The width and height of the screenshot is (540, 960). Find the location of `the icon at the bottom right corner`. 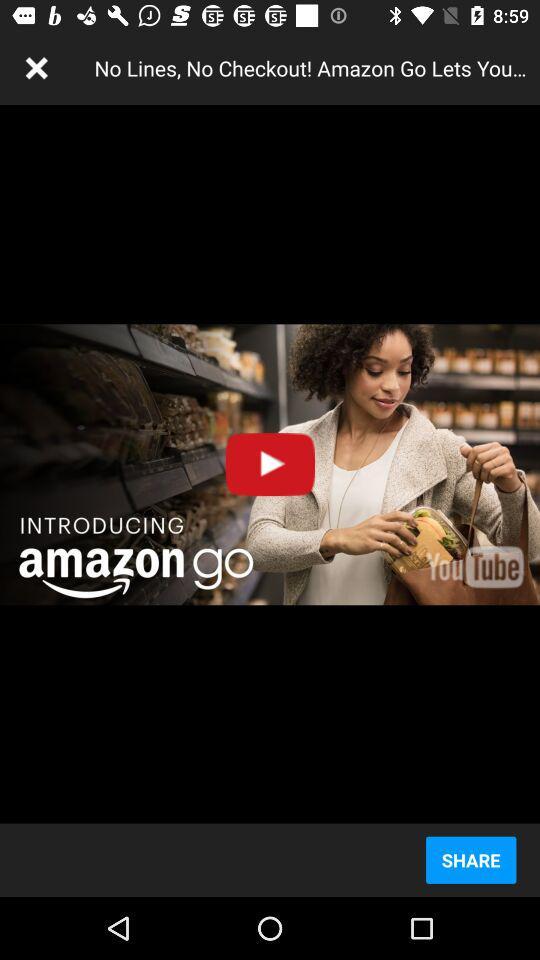

the icon at the bottom right corner is located at coordinates (471, 859).